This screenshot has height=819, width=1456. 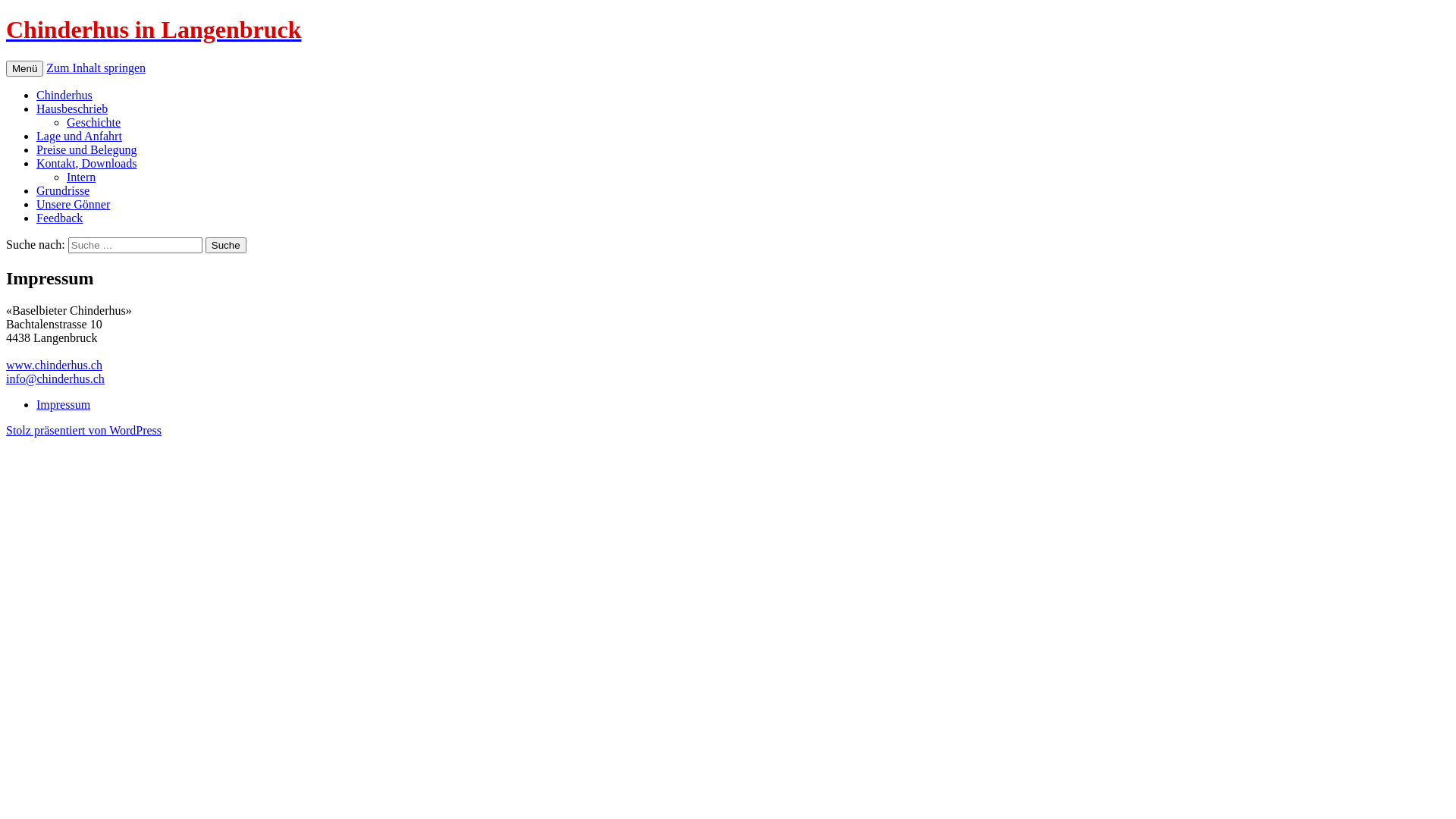 What do you see at coordinates (78, 135) in the screenshot?
I see `'Lage und Anfahrt'` at bounding box center [78, 135].